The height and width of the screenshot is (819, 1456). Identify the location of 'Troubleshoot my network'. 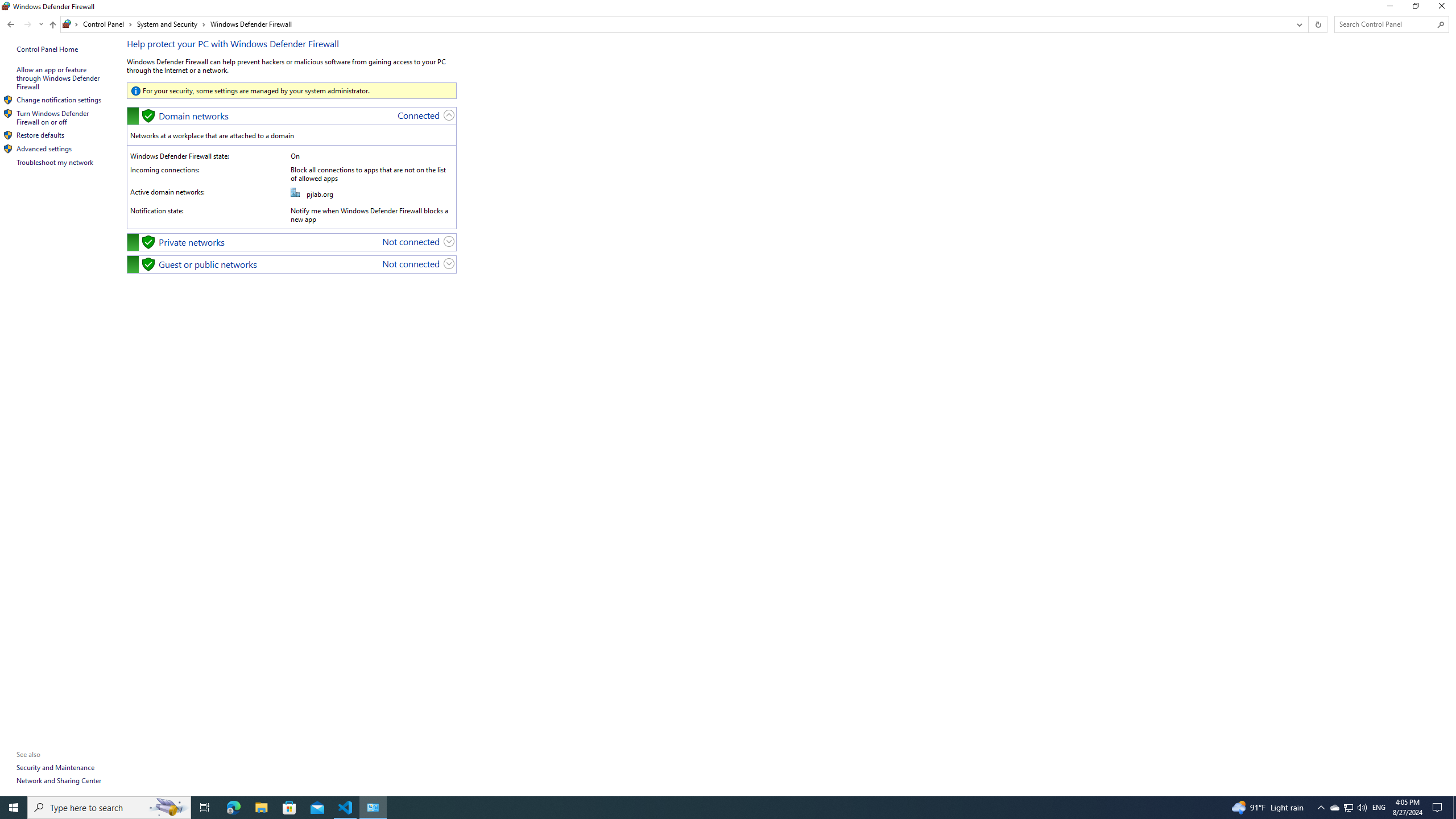
(55, 162).